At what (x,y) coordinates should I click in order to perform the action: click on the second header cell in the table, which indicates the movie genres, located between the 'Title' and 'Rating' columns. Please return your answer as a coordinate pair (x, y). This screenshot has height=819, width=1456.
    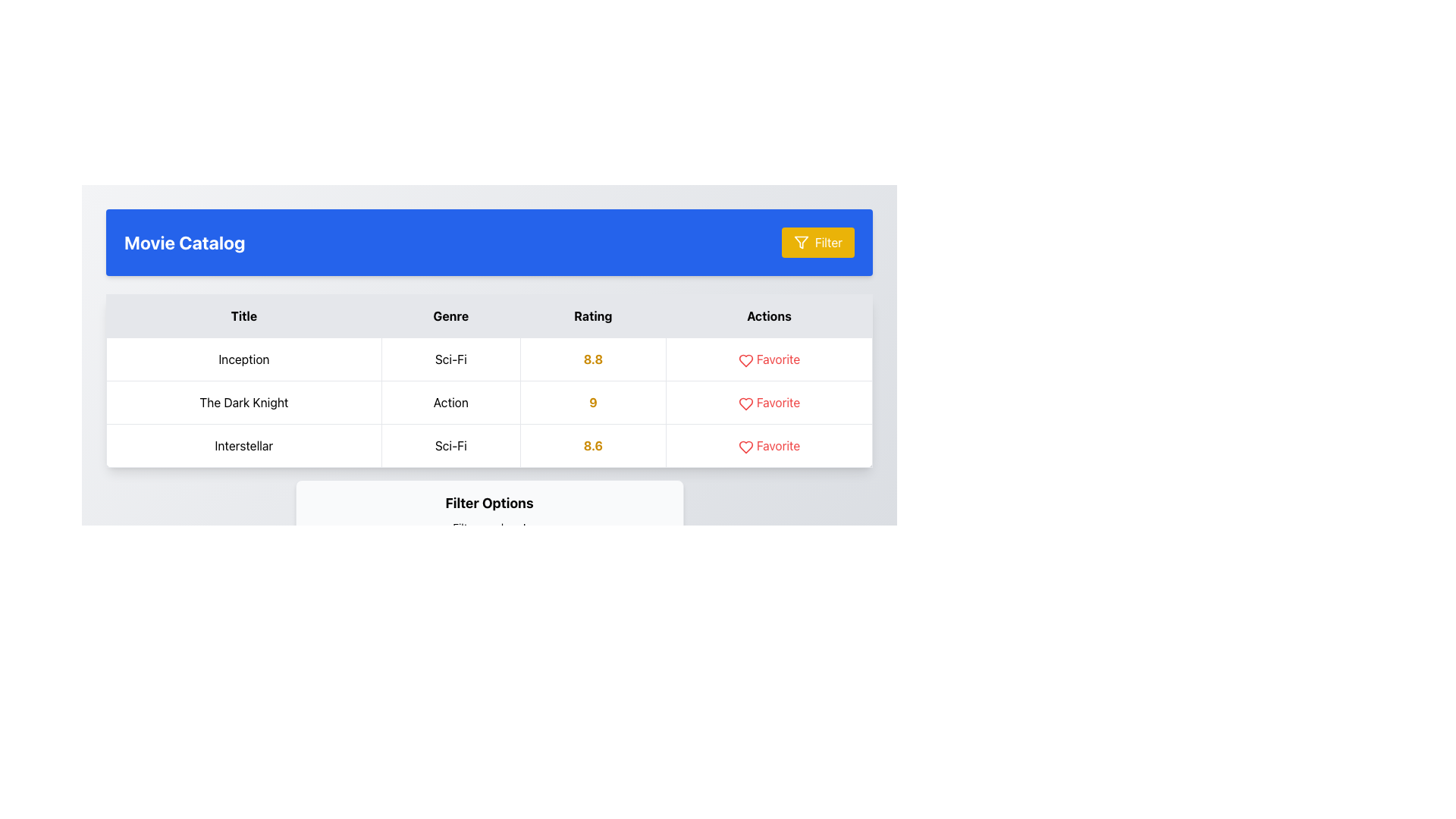
    Looking at the image, I should click on (450, 315).